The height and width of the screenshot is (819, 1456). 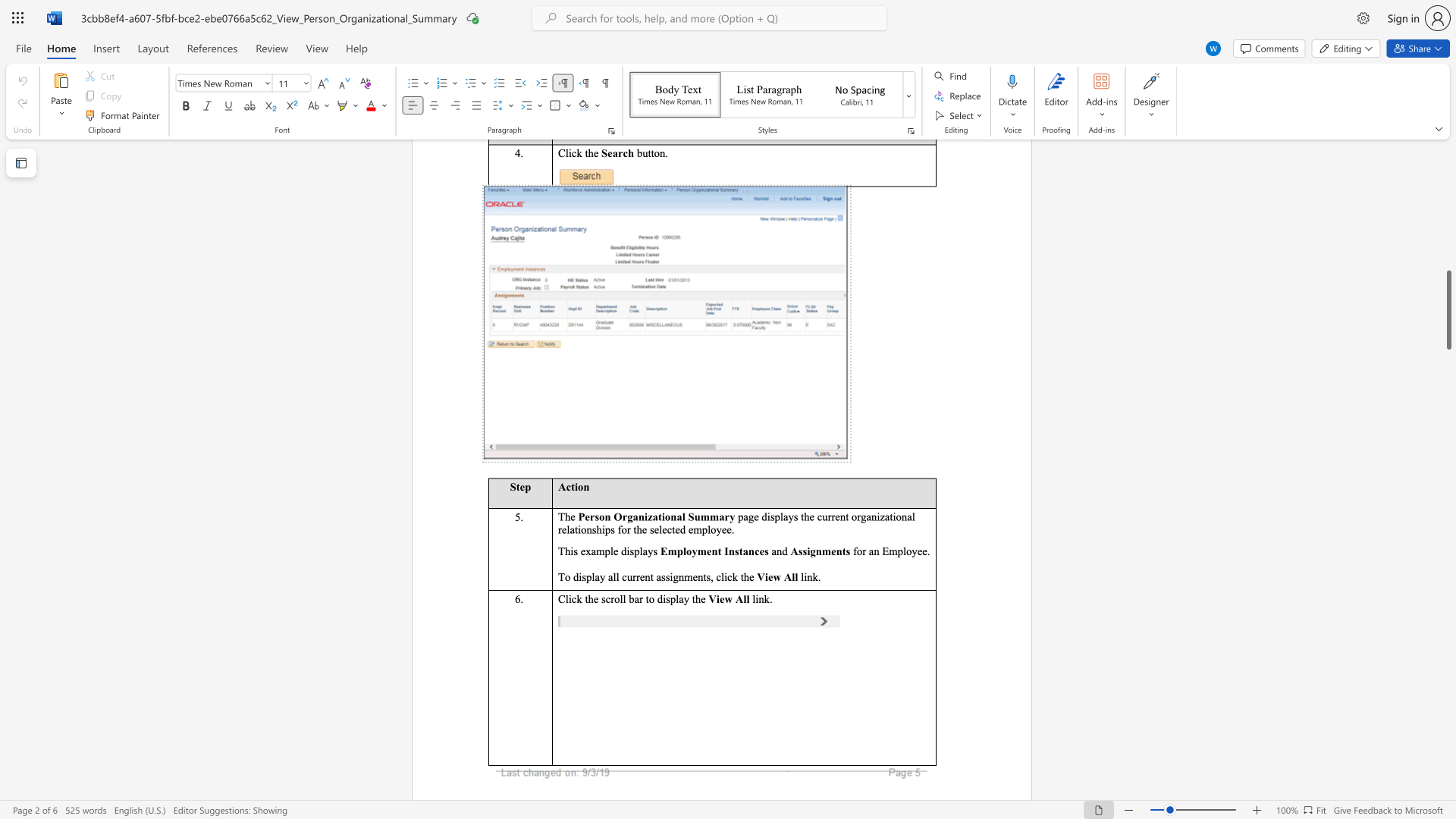 I want to click on the space between the continuous character "e" and "x" in the text, so click(x=585, y=551).